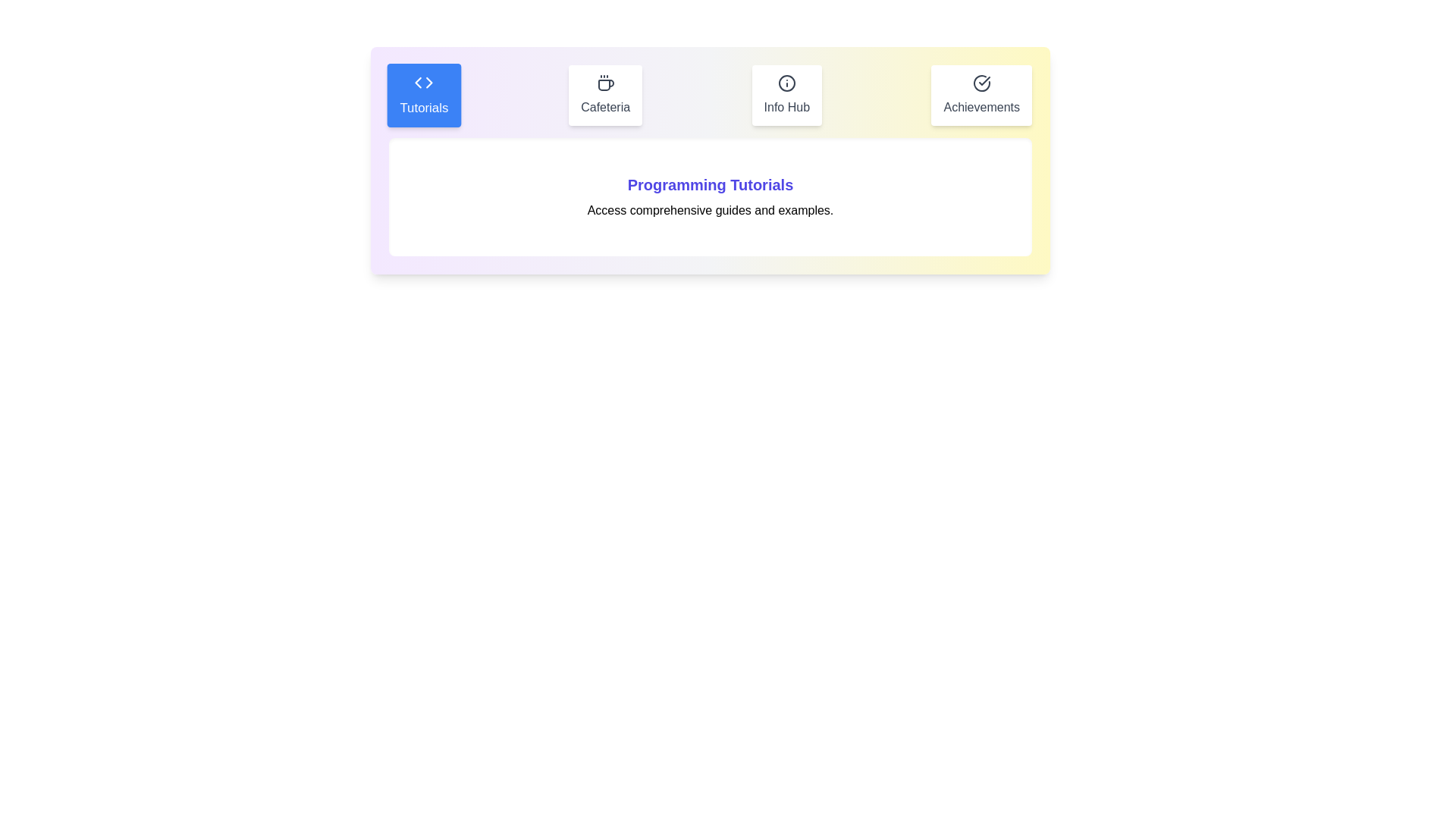 Image resolution: width=1456 pixels, height=819 pixels. I want to click on the Achievements tab to view its content, so click(982, 96).